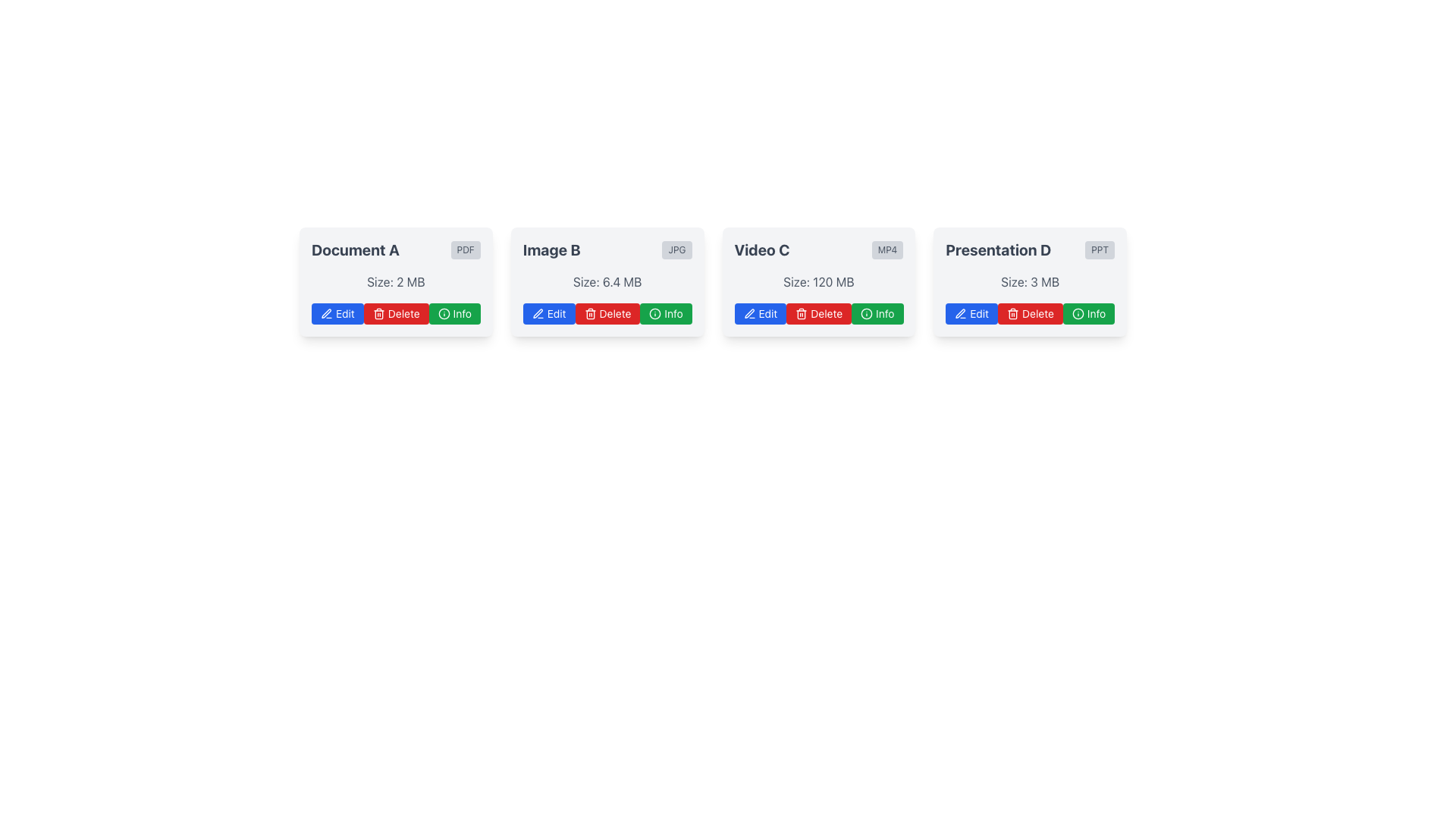 The height and width of the screenshot is (819, 1456). I want to click on the rectangular badge with a light gray background displaying 'JPG' in gray font, located in the upper-right corner of the card labeled 'Image B', so click(676, 249).